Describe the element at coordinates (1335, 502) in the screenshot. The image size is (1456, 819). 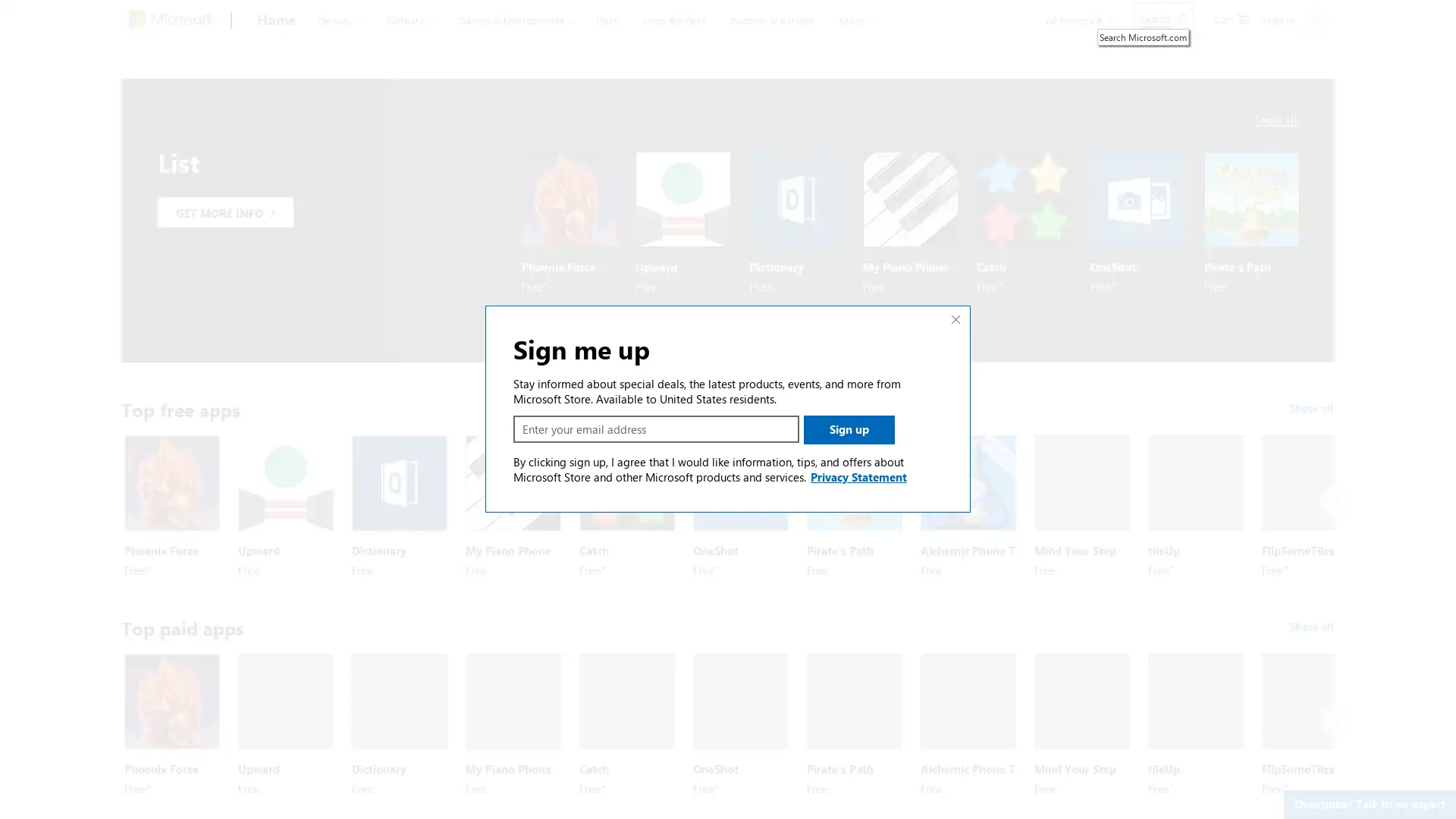
I see `Next` at that location.